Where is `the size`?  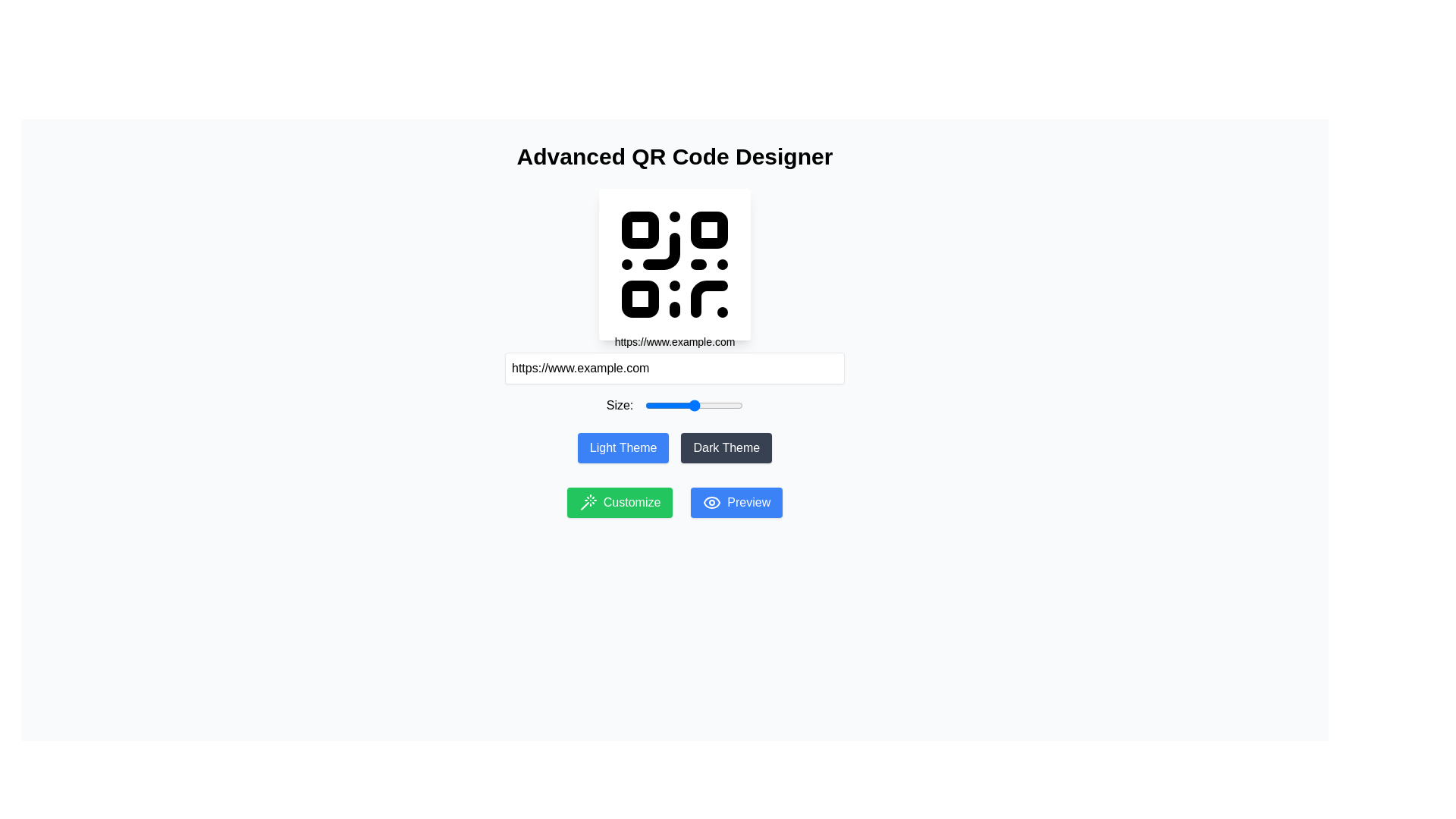
the size is located at coordinates (712, 405).